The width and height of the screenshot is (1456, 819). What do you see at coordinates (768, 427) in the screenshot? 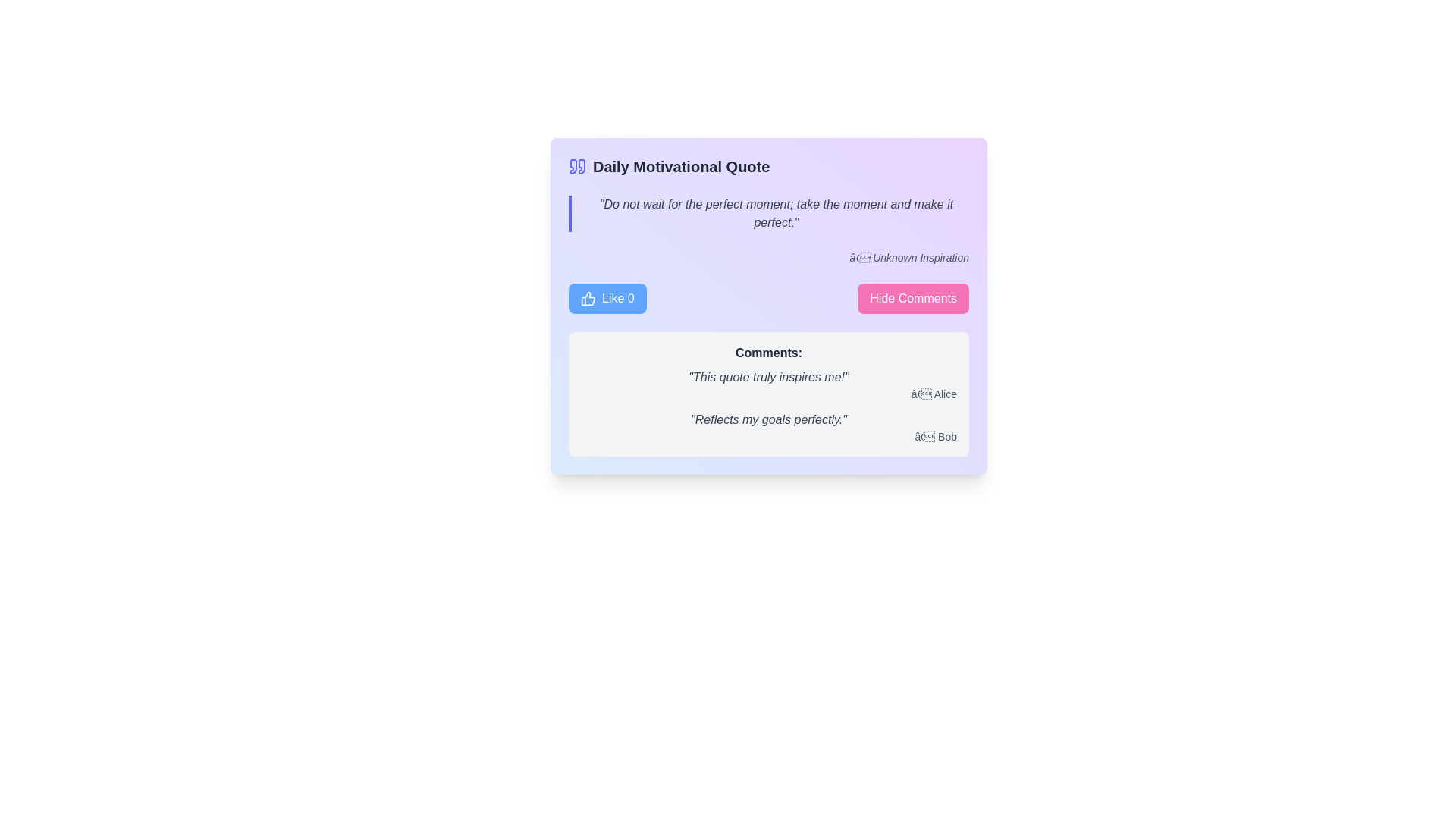
I see `the second comment in the 'Comments' section of the motivational quote widget, which is located below the comment attributed to 'Alice'` at bounding box center [768, 427].